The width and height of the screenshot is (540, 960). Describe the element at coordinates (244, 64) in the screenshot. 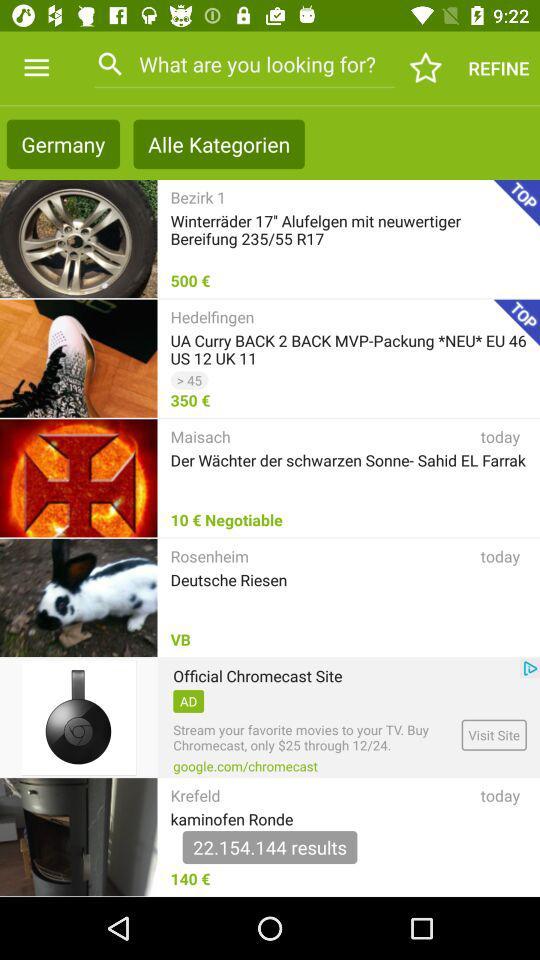

I see `what are you icon` at that location.